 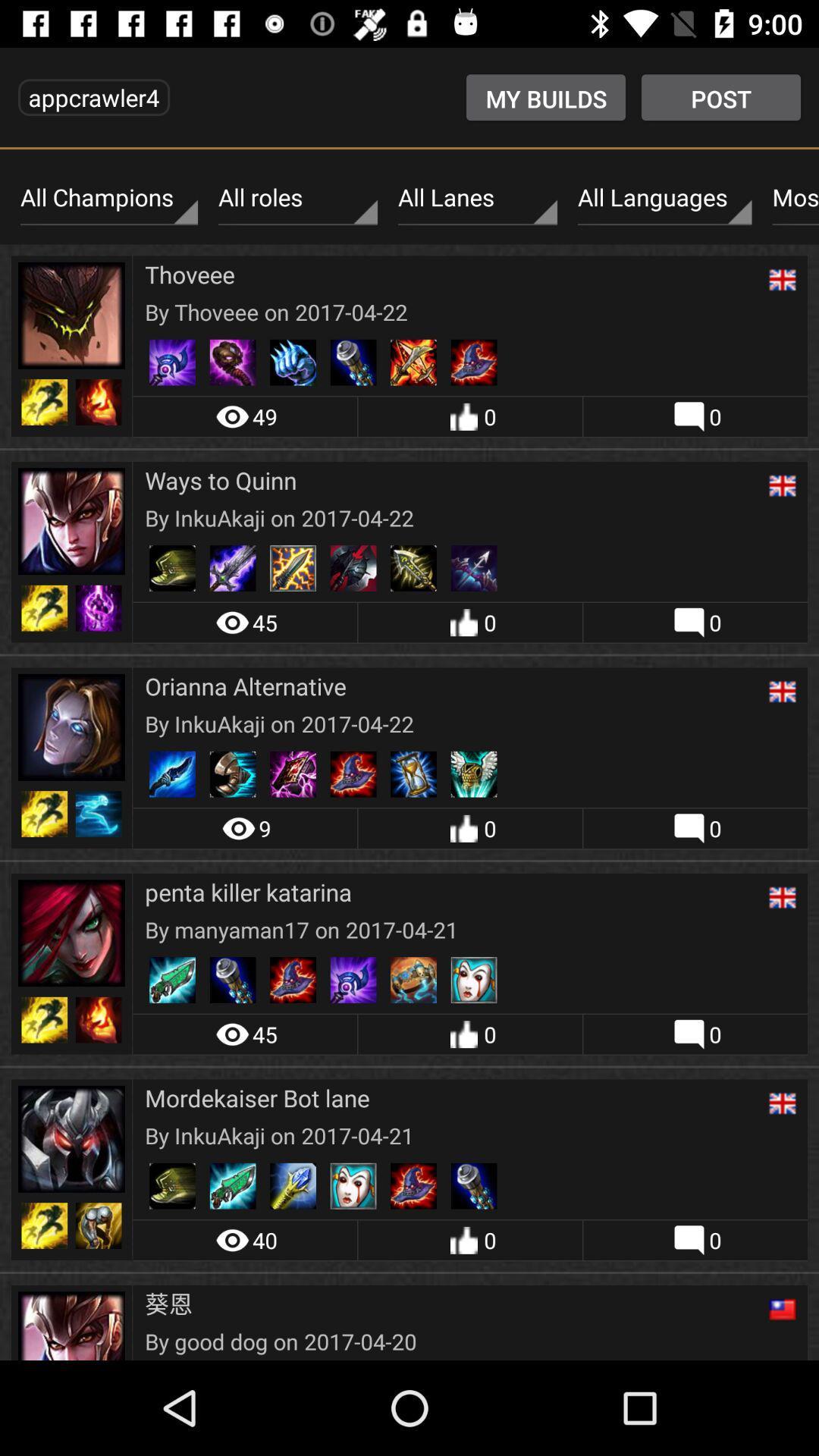 What do you see at coordinates (791, 197) in the screenshot?
I see `icon to the right of the all languages` at bounding box center [791, 197].